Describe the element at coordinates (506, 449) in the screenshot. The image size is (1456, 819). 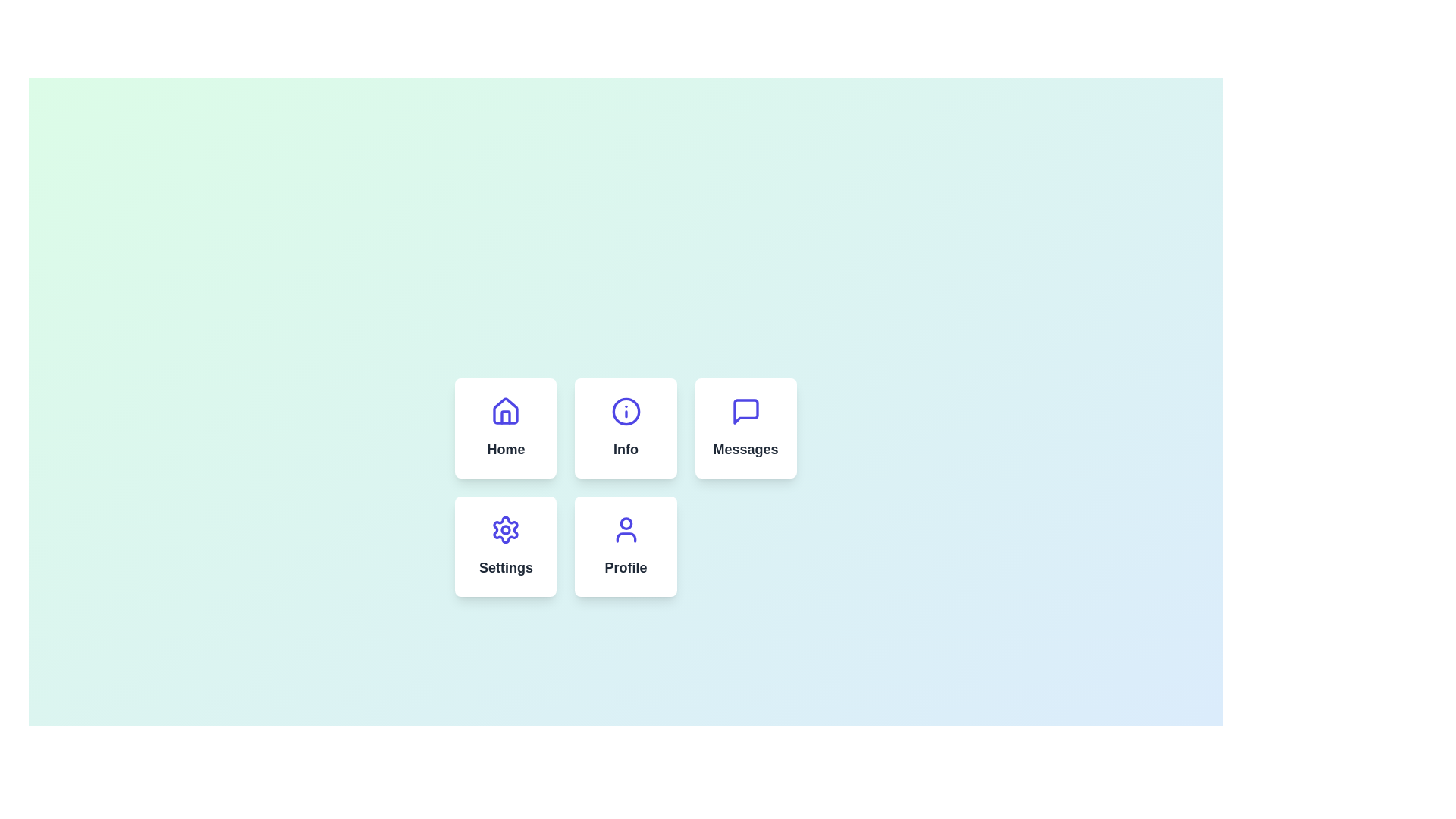
I see `text of the 'Home' label displayed in bold gray font, located below the house icon in the panel` at that location.